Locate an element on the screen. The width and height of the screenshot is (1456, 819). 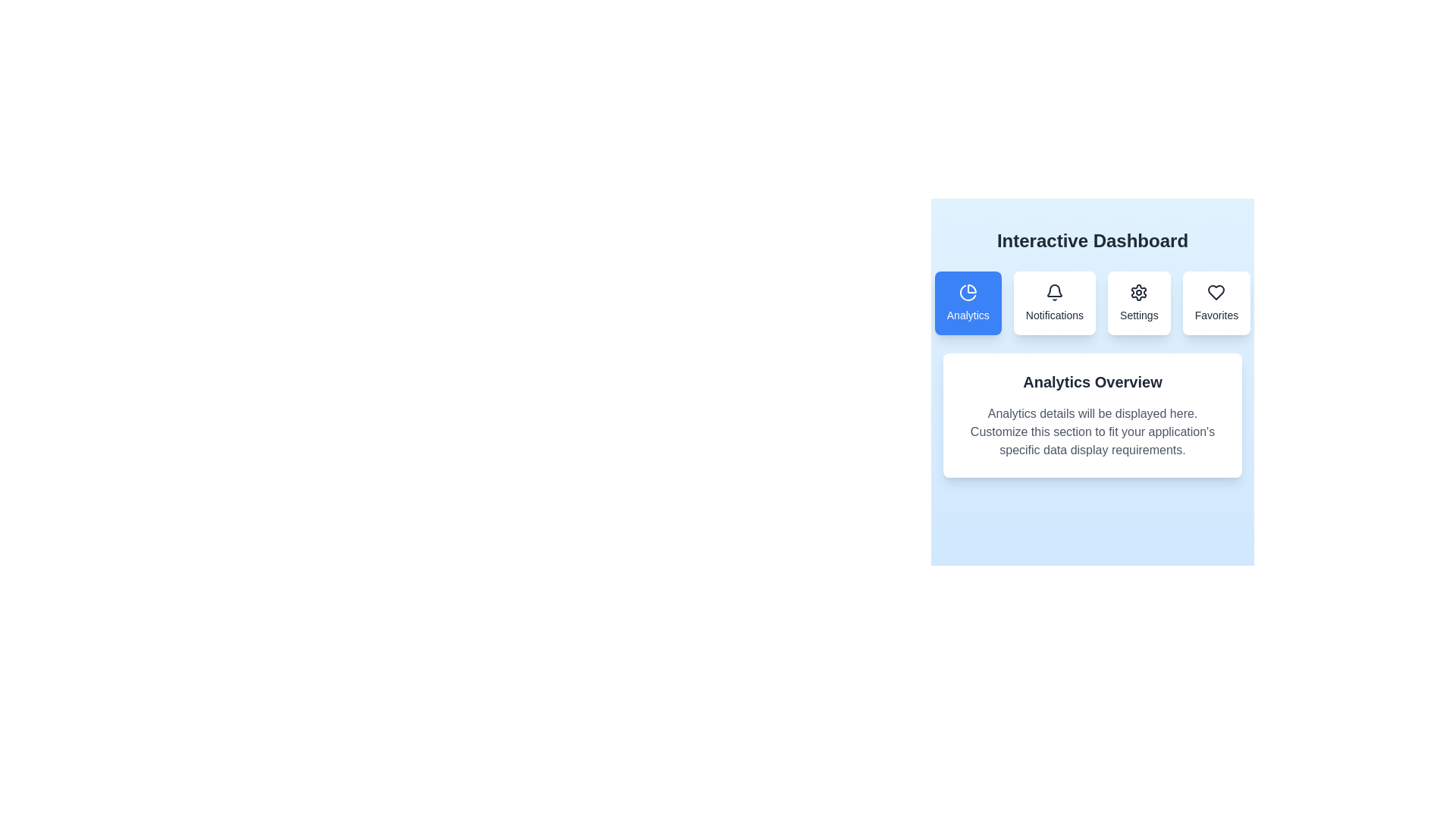
the topmost icon representing the analytics feature, which is located within a blue rounded rectangle is located at coordinates (967, 292).